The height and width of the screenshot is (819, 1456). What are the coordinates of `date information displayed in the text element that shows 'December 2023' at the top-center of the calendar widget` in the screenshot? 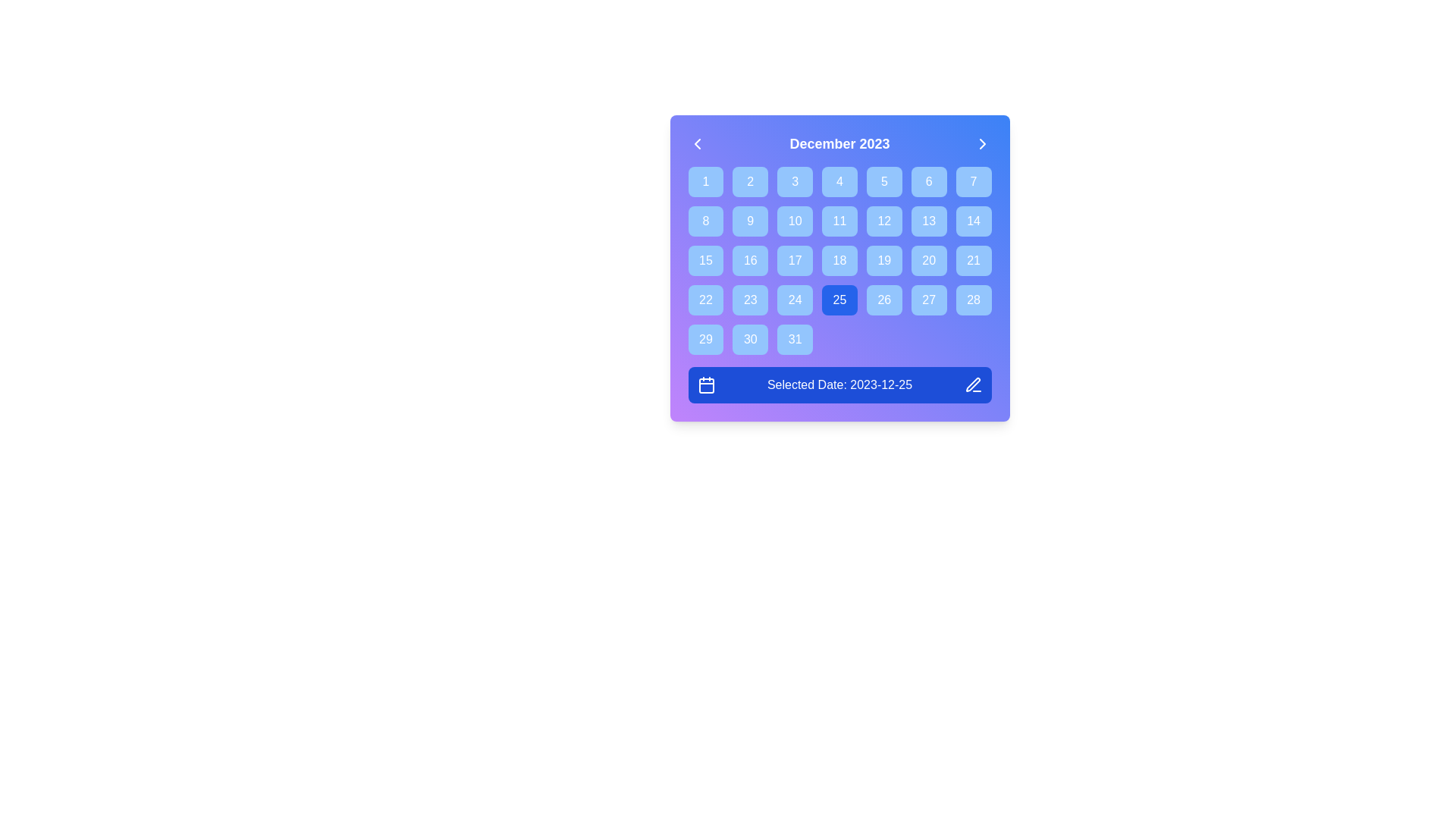 It's located at (839, 143).